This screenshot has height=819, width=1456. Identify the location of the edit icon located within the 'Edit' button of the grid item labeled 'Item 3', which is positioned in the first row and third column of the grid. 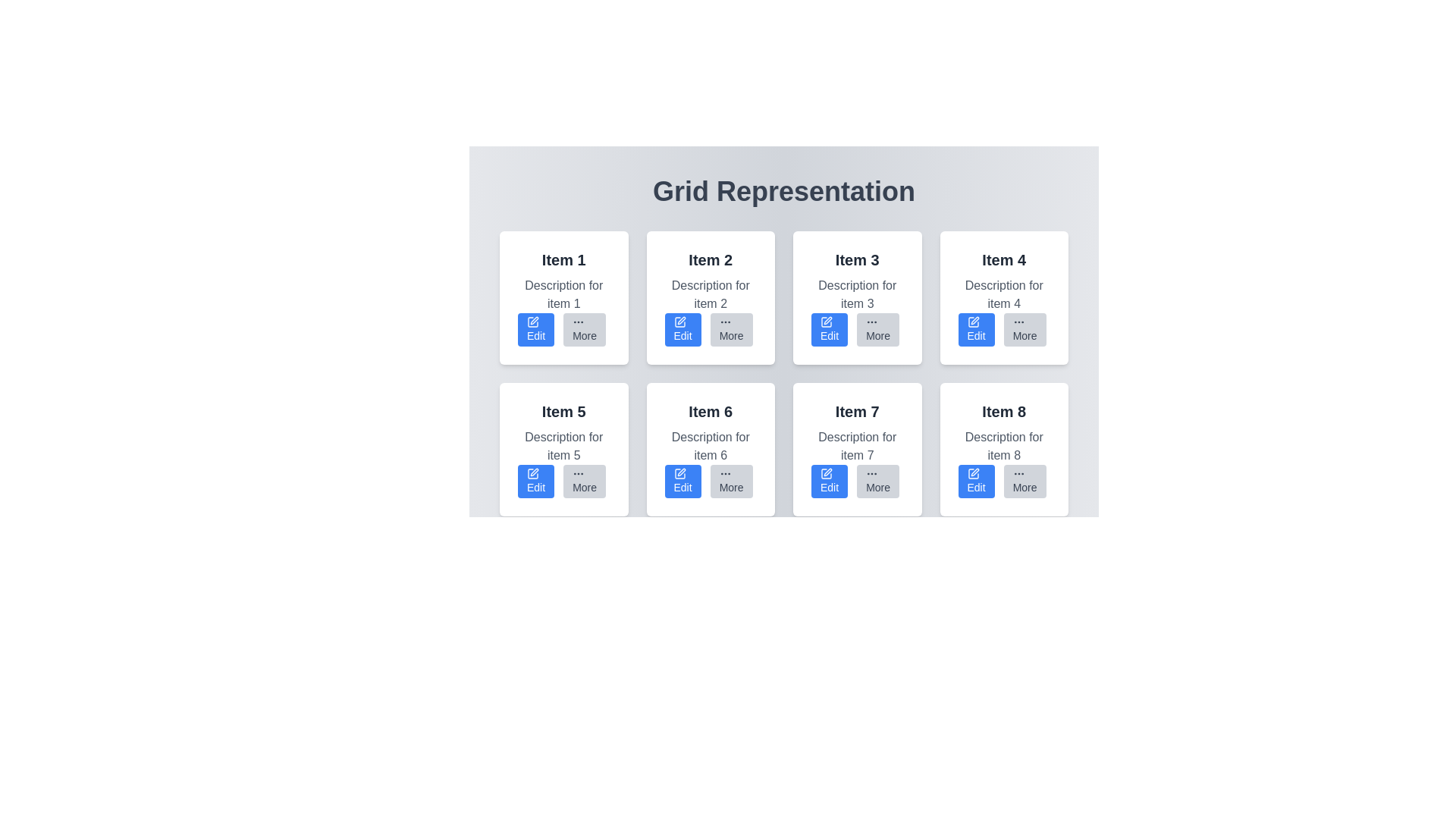
(825, 321).